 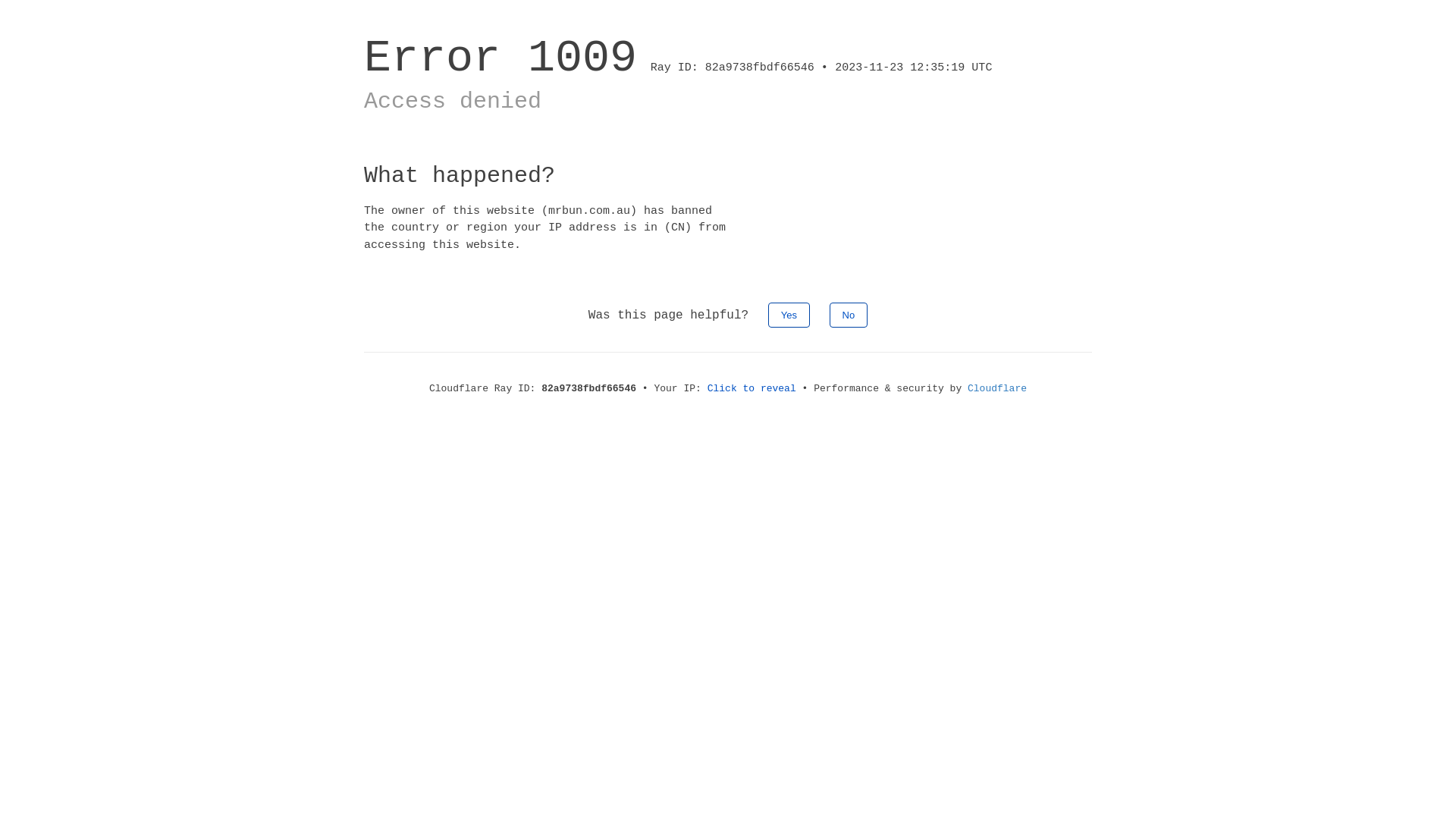 What do you see at coordinates (997, 388) in the screenshot?
I see `'Cloudflare'` at bounding box center [997, 388].